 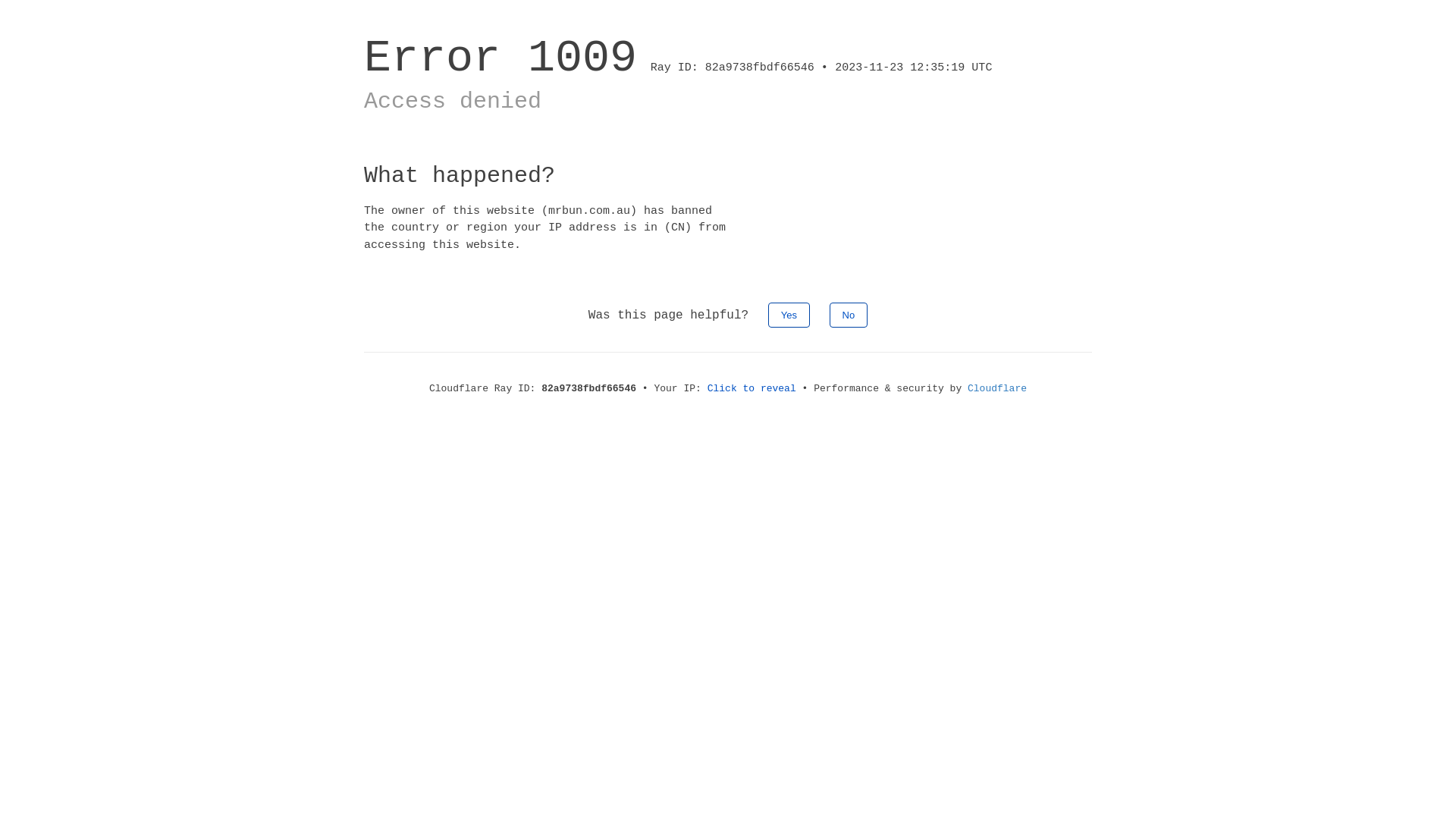 What do you see at coordinates (997, 388) in the screenshot?
I see `'Cloudflare'` at bounding box center [997, 388].